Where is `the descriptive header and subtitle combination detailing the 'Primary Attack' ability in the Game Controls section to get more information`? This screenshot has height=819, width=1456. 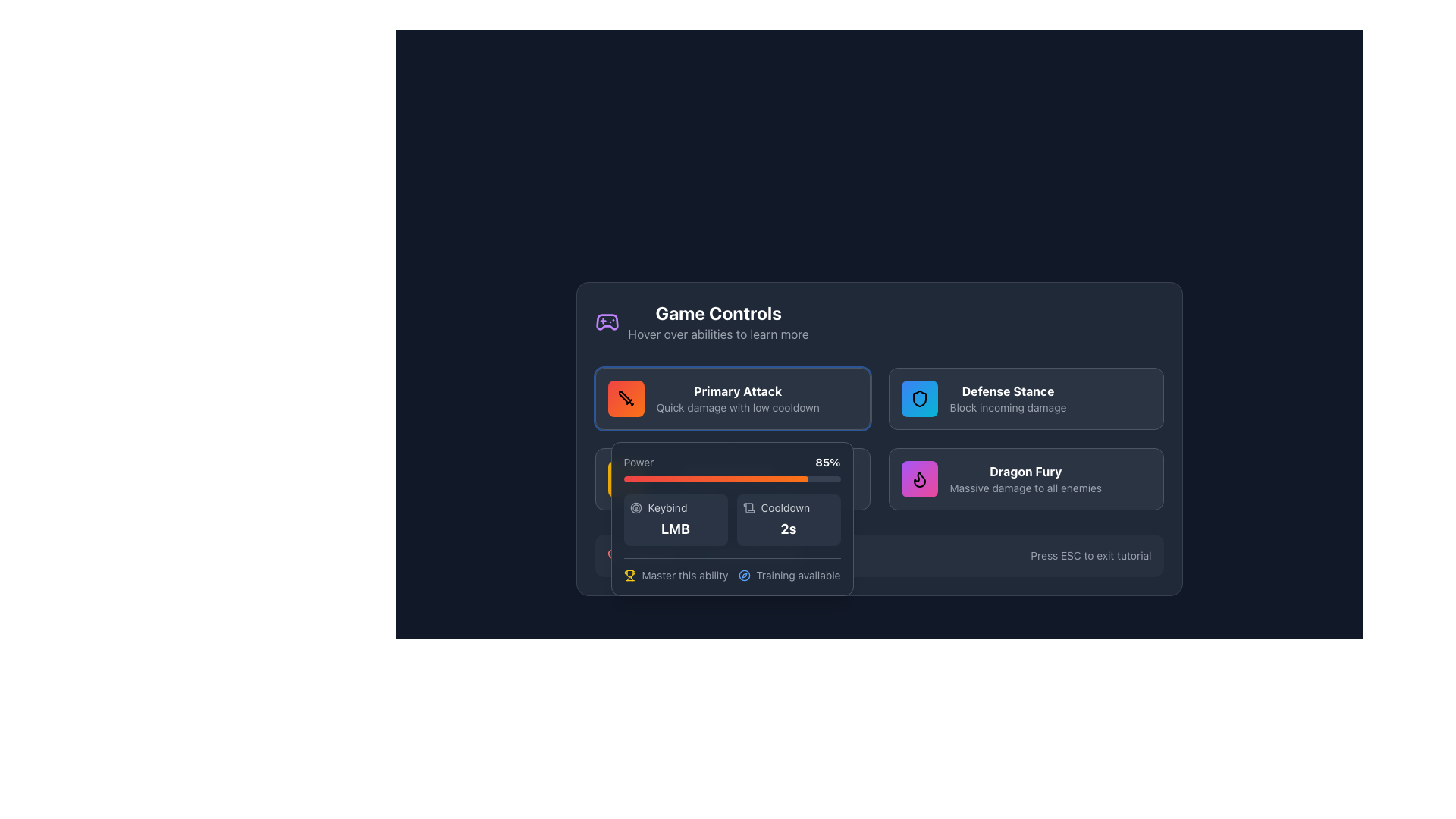
the descriptive header and subtitle combination detailing the 'Primary Attack' ability in the Game Controls section to get more information is located at coordinates (738, 397).